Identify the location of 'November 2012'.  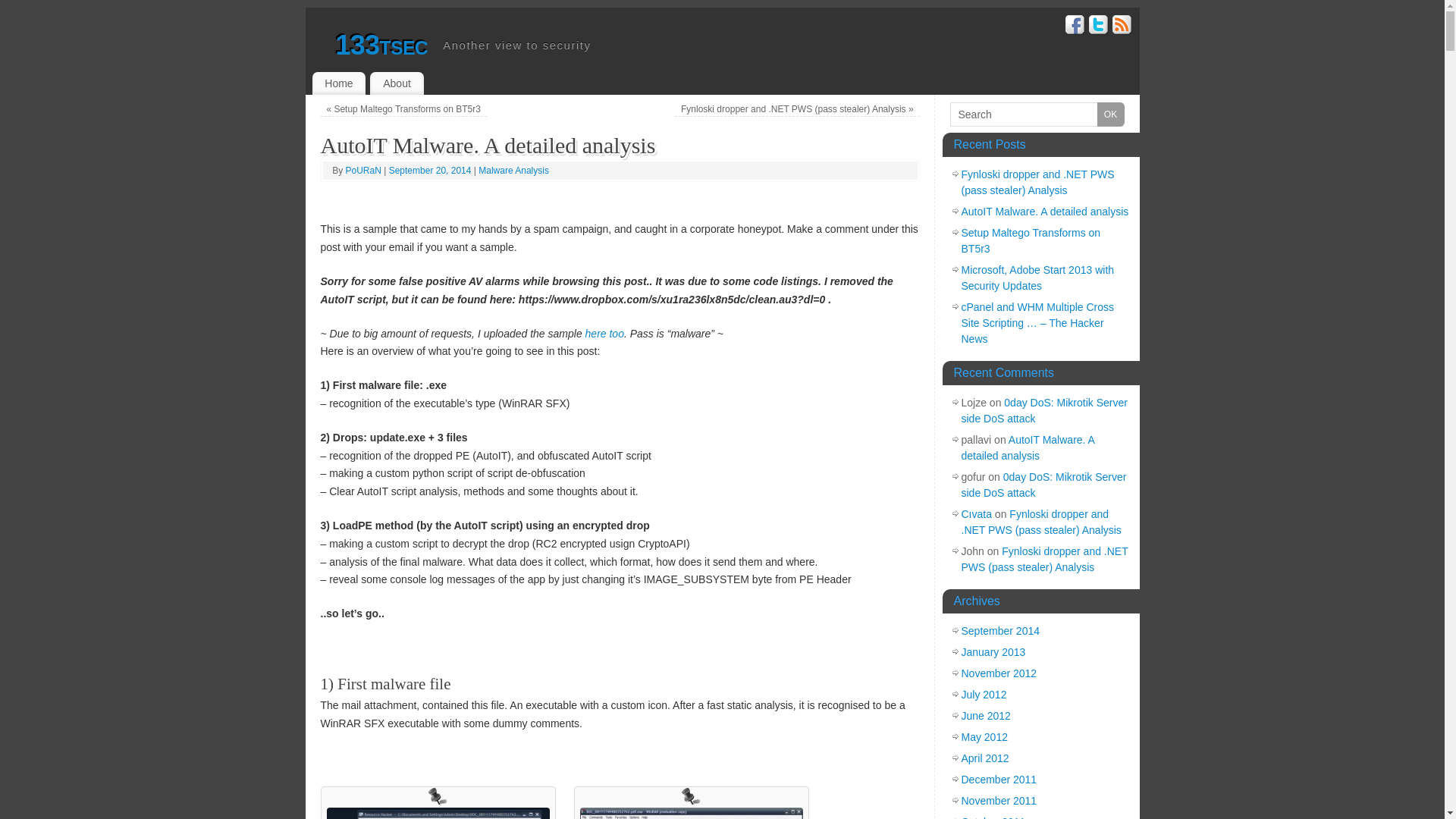
(960, 672).